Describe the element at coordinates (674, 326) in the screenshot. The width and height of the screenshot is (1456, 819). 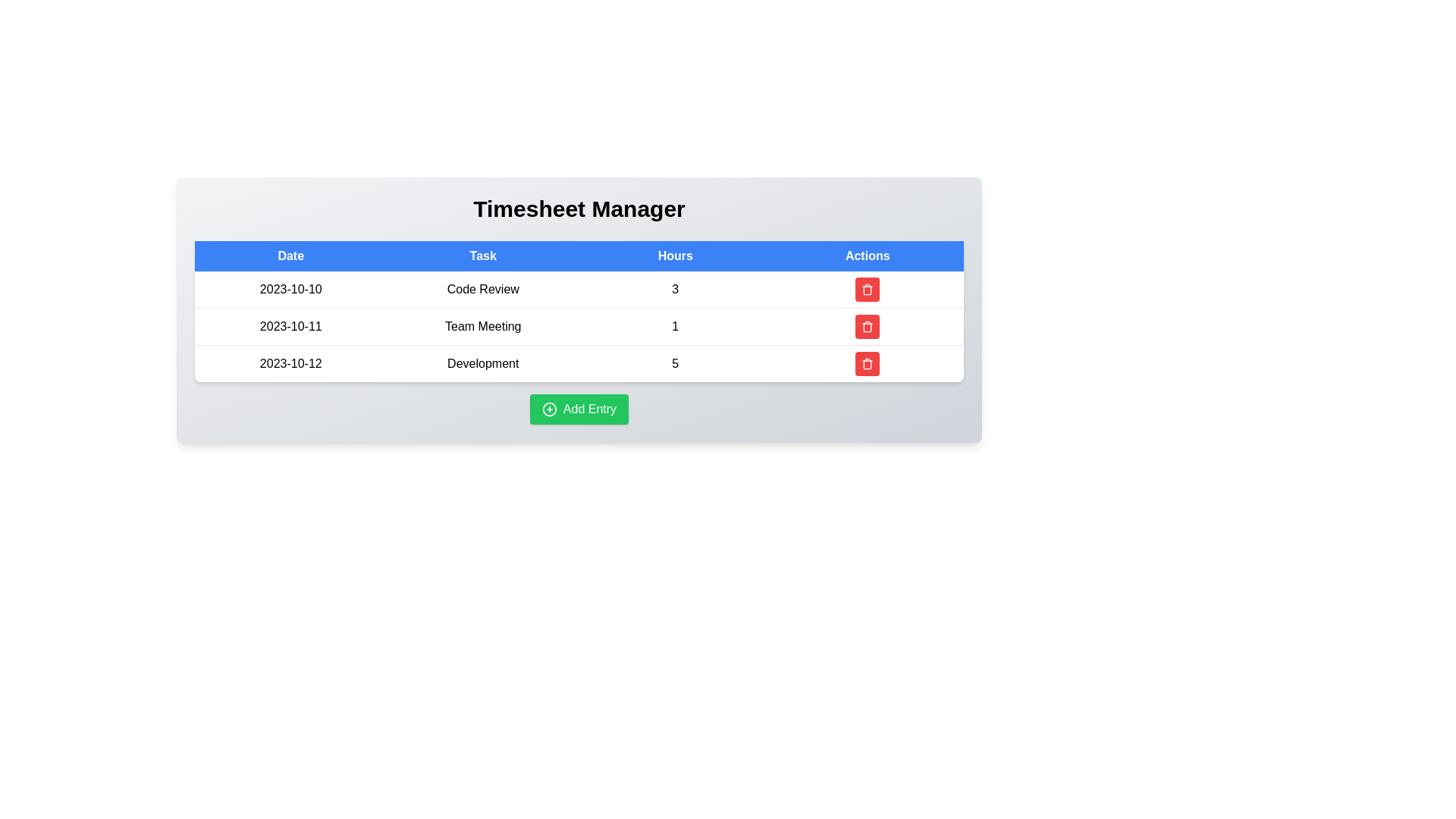
I see `the static text label displaying the number of hours associated with the 'Team Meeting' entry in the timesheet table located in the third column of the second row` at that location.